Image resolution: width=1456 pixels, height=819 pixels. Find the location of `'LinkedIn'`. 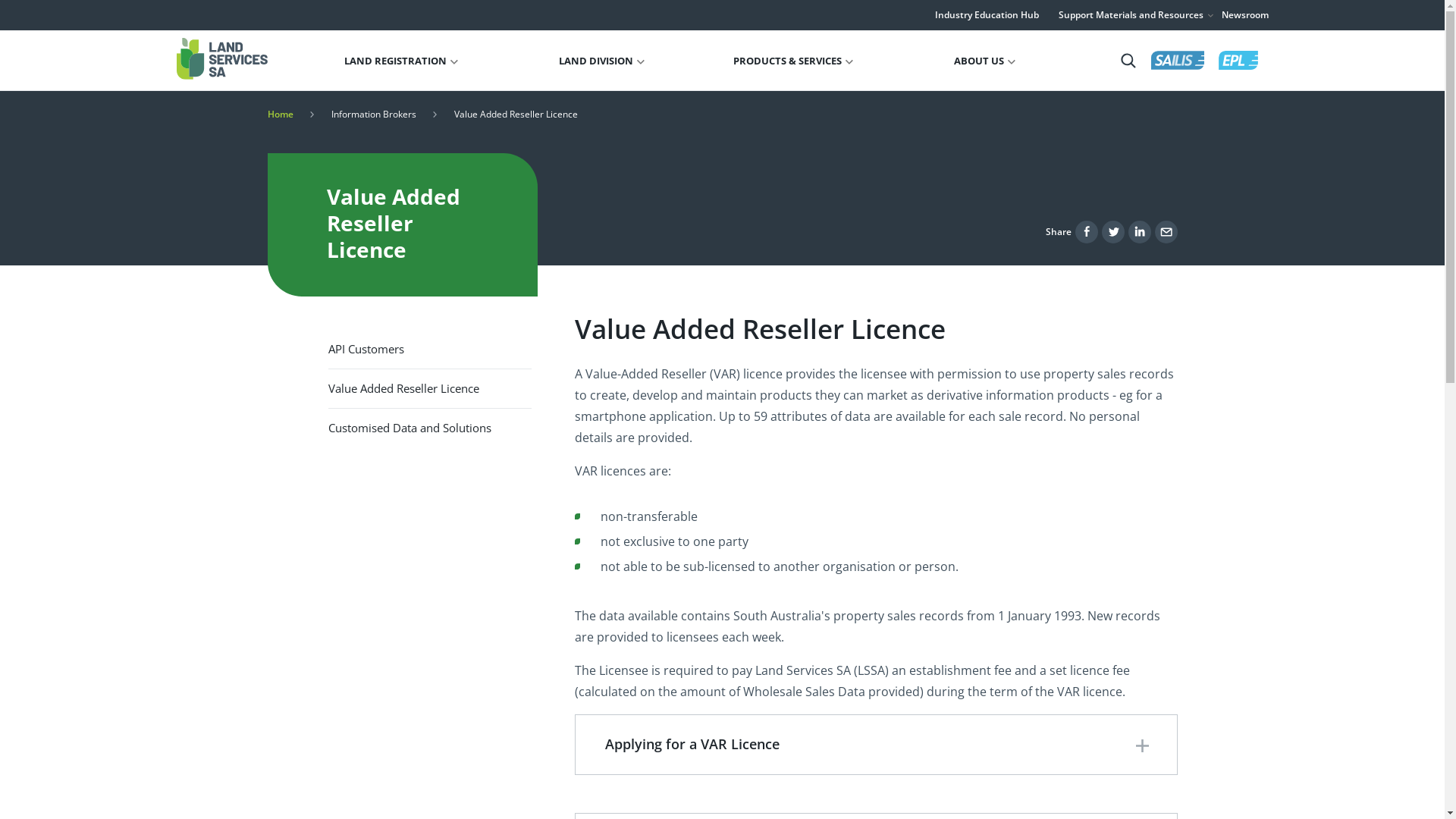

'LinkedIn' is located at coordinates (1128, 231).